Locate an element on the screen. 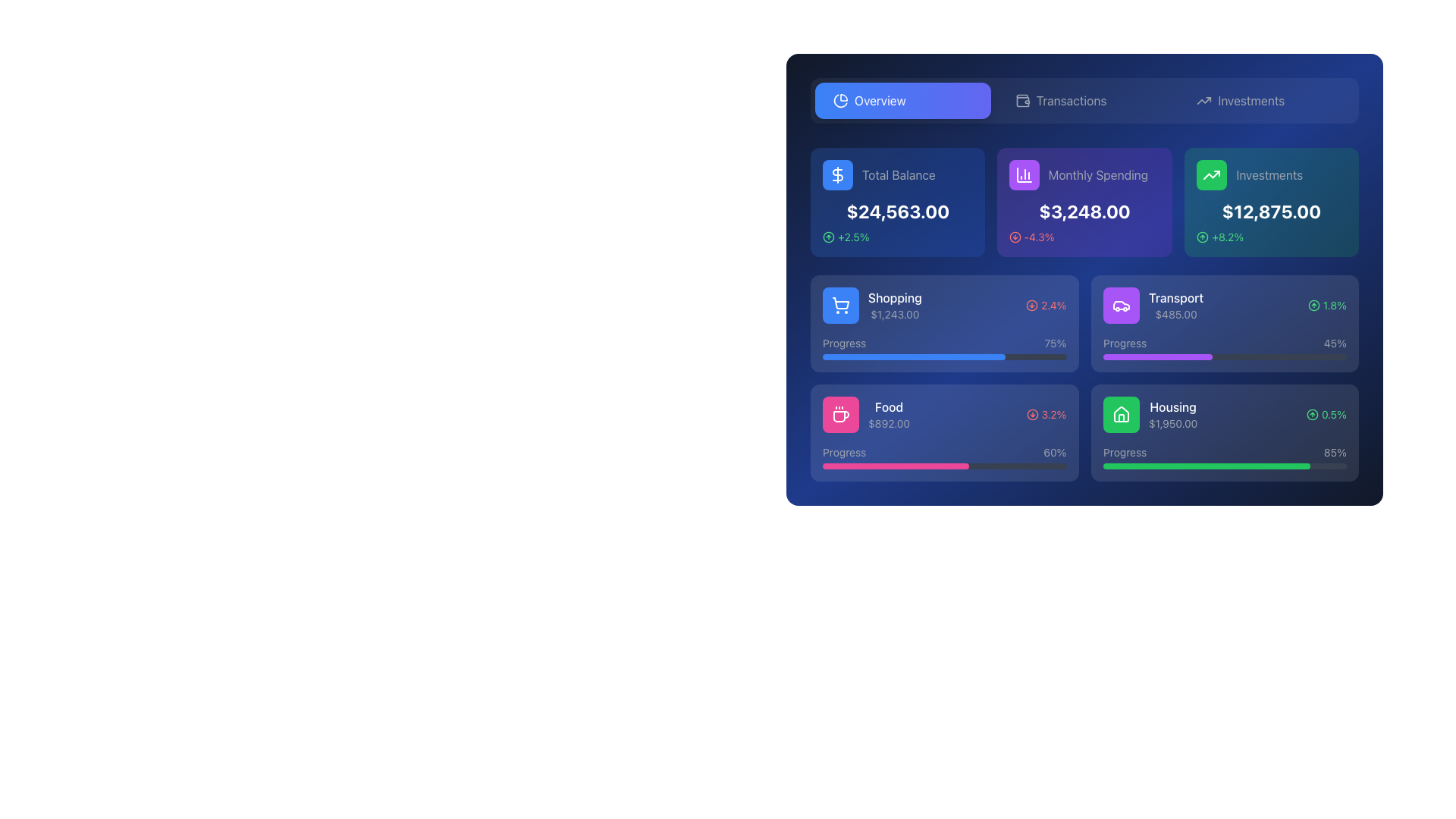 The image size is (1456, 819). the 'Progress' label in the 'Food' section of the dashboard, which is a small gray text label positioned above the progress bar and to the left of the numeric value '60% is located at coordinates (843, 452).